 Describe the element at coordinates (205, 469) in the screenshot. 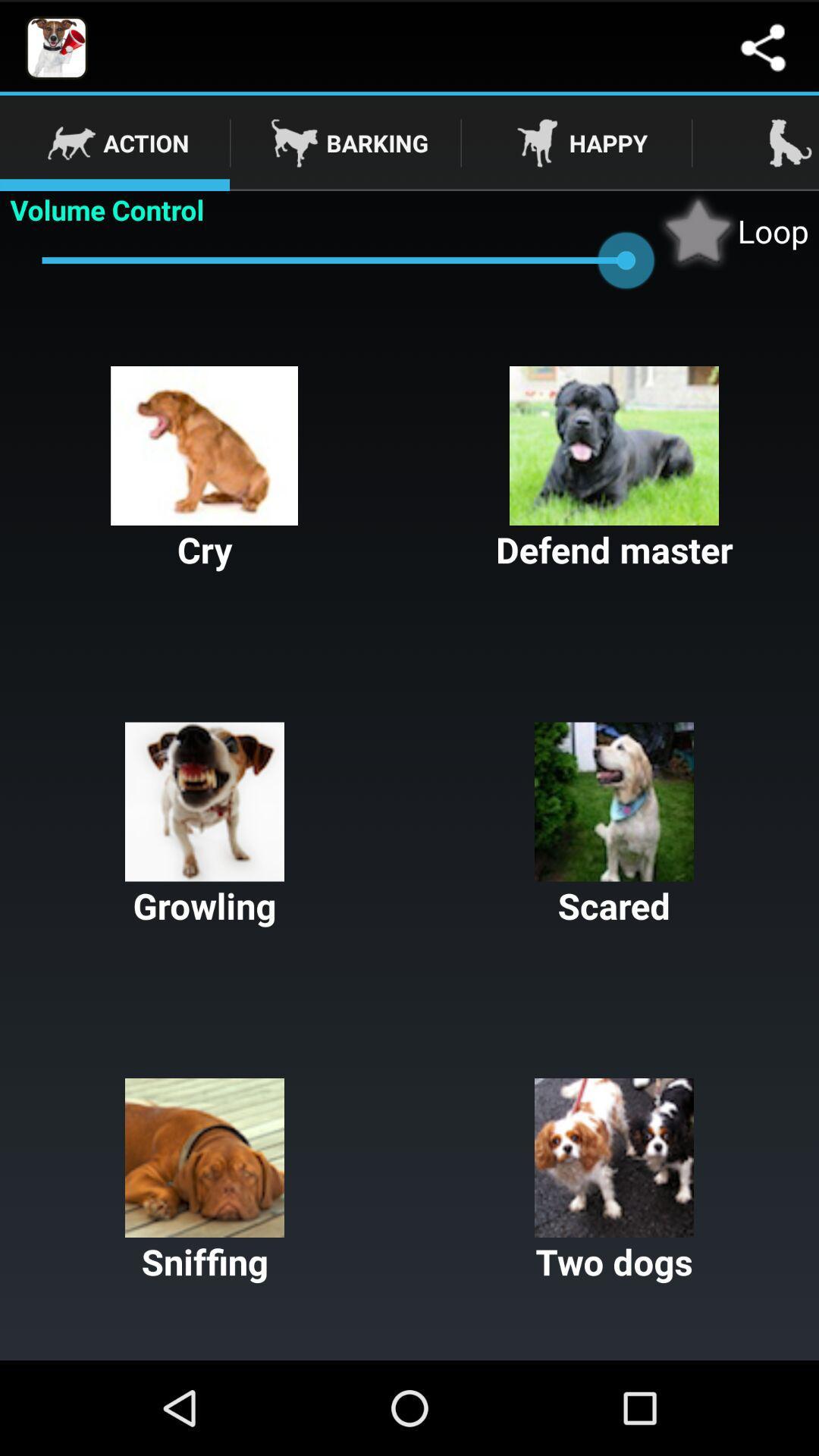

I see `the cry icon` at that location.